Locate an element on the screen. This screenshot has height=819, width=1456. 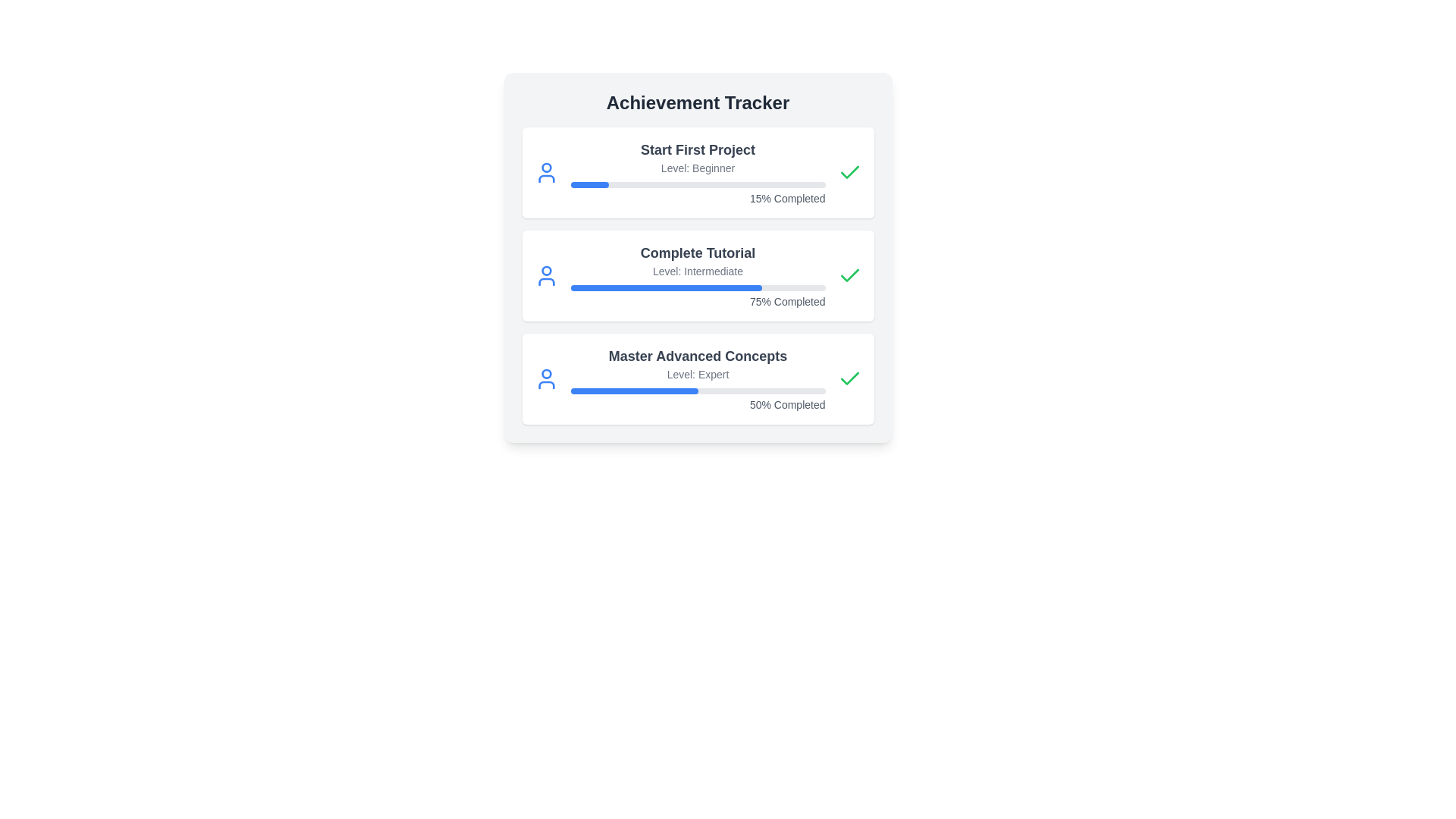
the Circular SVG Element of the user profile icon located on the left side of the 'Master Advanced Concepts' section is located at coordinates (546, 374).